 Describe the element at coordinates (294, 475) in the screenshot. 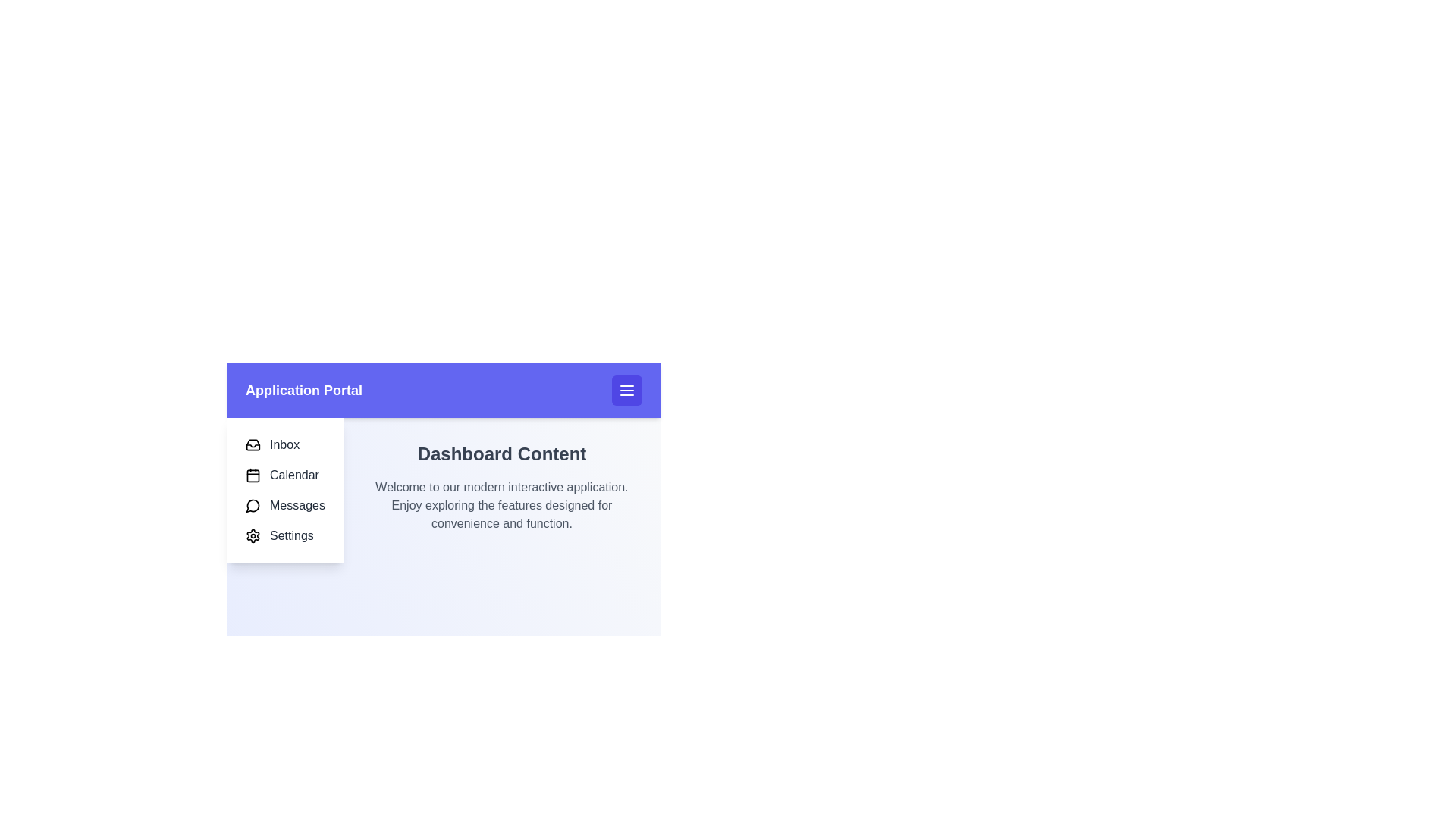

I see `the 'Calendar' text label, which is the second item in the vertical navigation panel, located under 'Inbox' and above 'Messages'` at that location.